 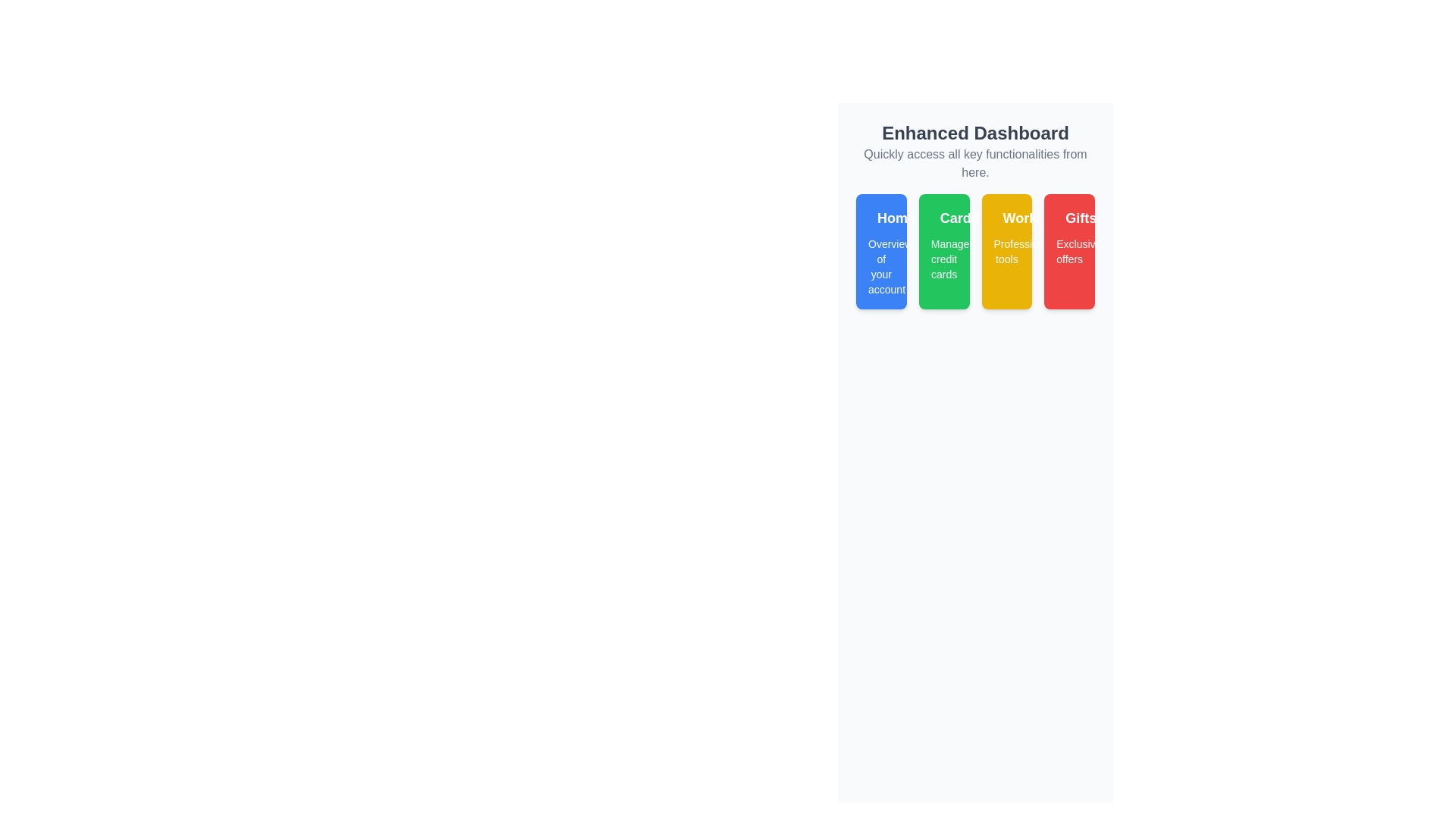 What do you see at coordinates (1006, 250) in the screenshot?
I see `text providing additional information about the card's purpose, located centrally within the third yellow card from the left, directly below the main label 'Work'` at bounding box center [1006, 250].